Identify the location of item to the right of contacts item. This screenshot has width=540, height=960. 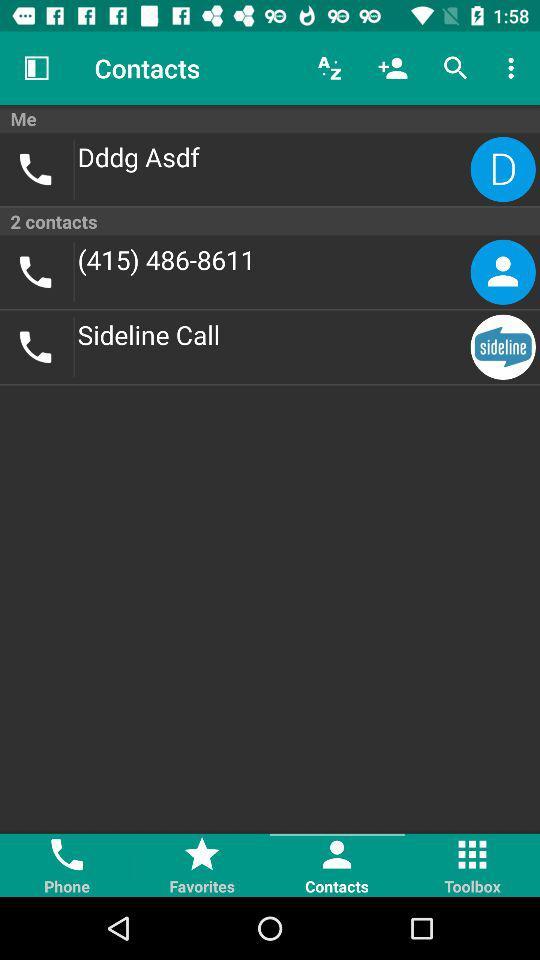
(329, 68).